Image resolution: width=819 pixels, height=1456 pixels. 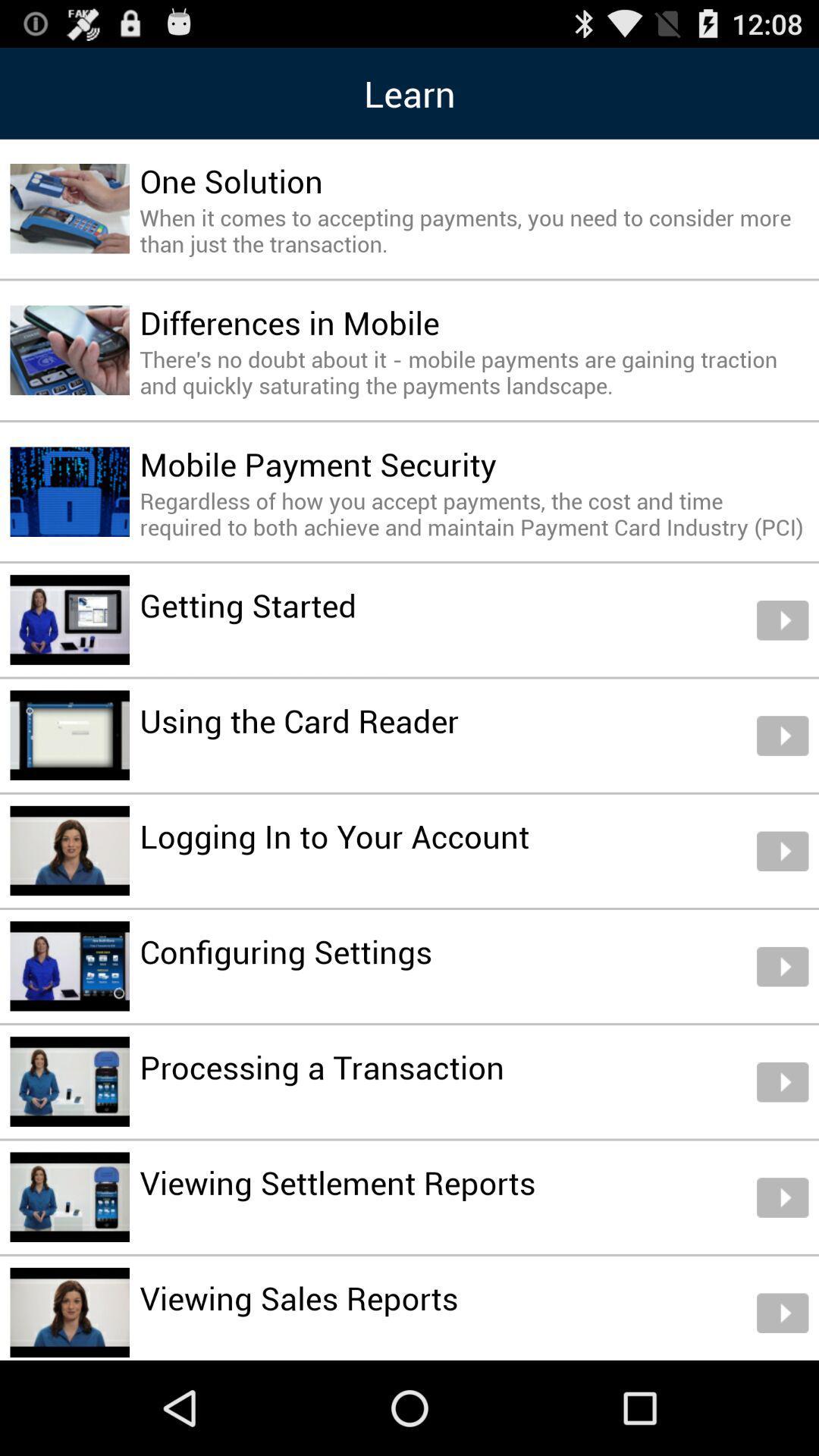 What do you see at coordinates (473, 230) in the screenshot?
I see `the icon above the differences in mobile` at bounding box center [473, 230].